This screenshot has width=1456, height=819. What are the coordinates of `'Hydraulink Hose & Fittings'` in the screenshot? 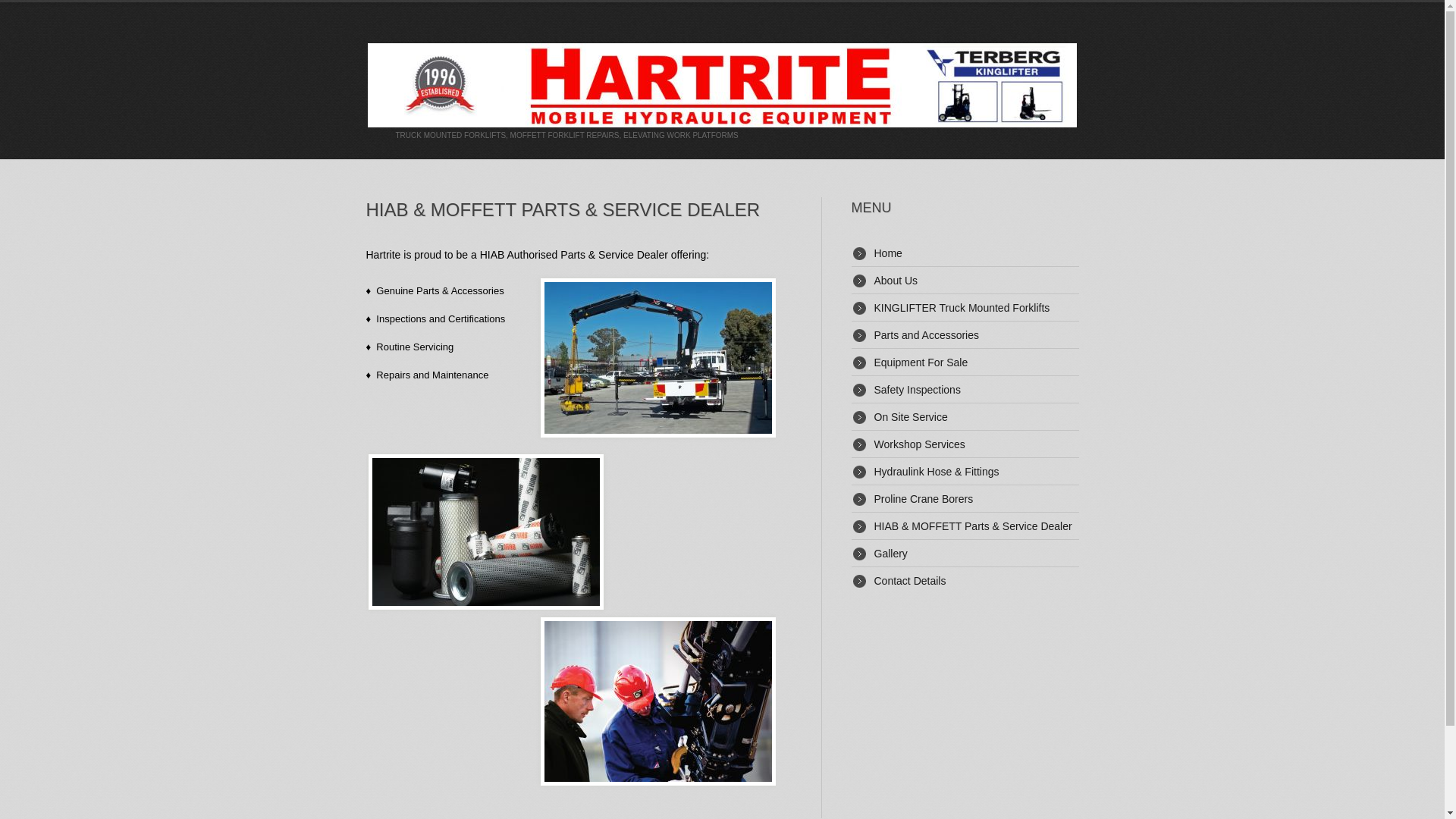 It's located at (935, 470).